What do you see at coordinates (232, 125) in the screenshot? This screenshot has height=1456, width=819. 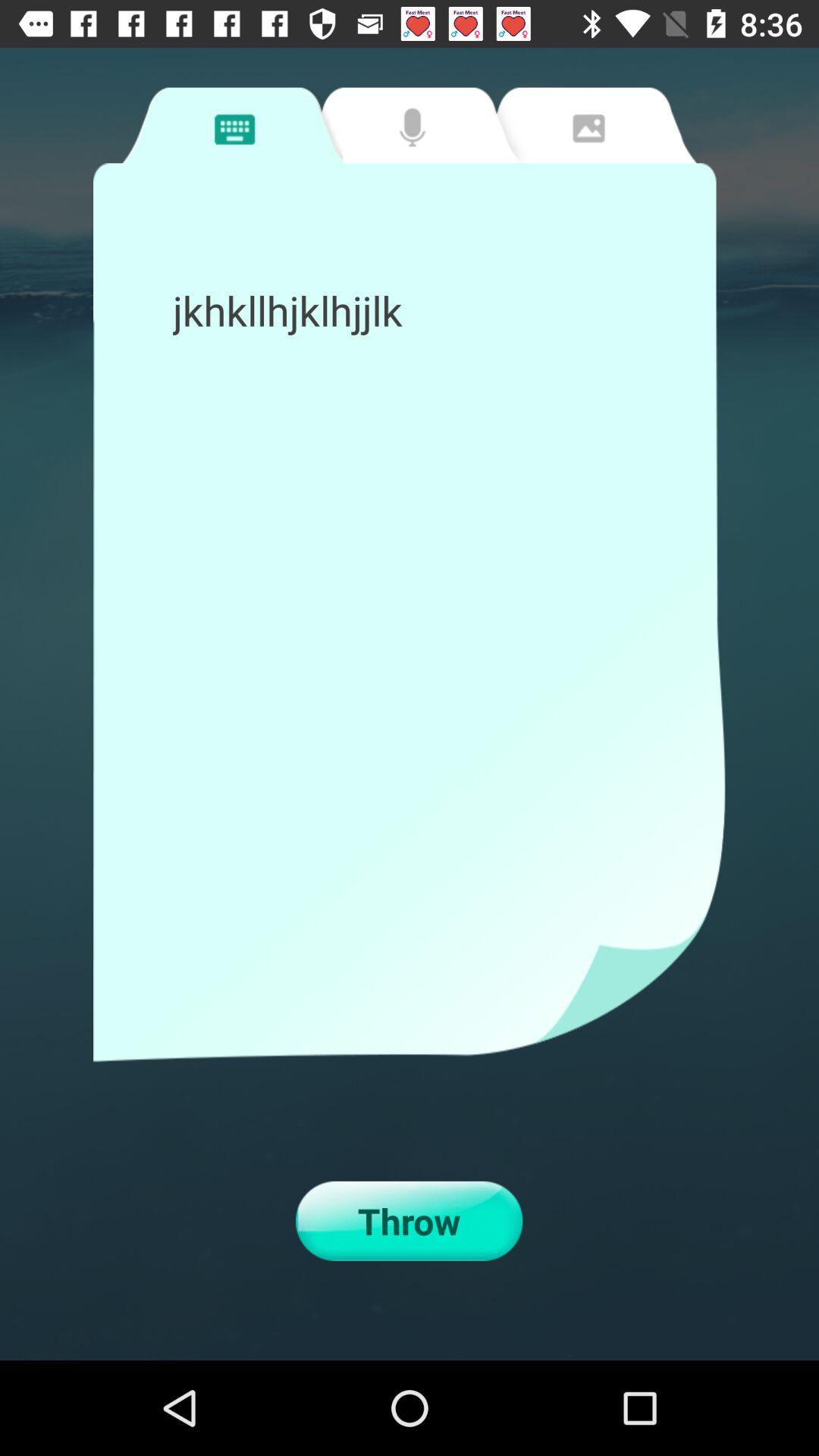 I see `message input tab` at bounding box center [232, 125].